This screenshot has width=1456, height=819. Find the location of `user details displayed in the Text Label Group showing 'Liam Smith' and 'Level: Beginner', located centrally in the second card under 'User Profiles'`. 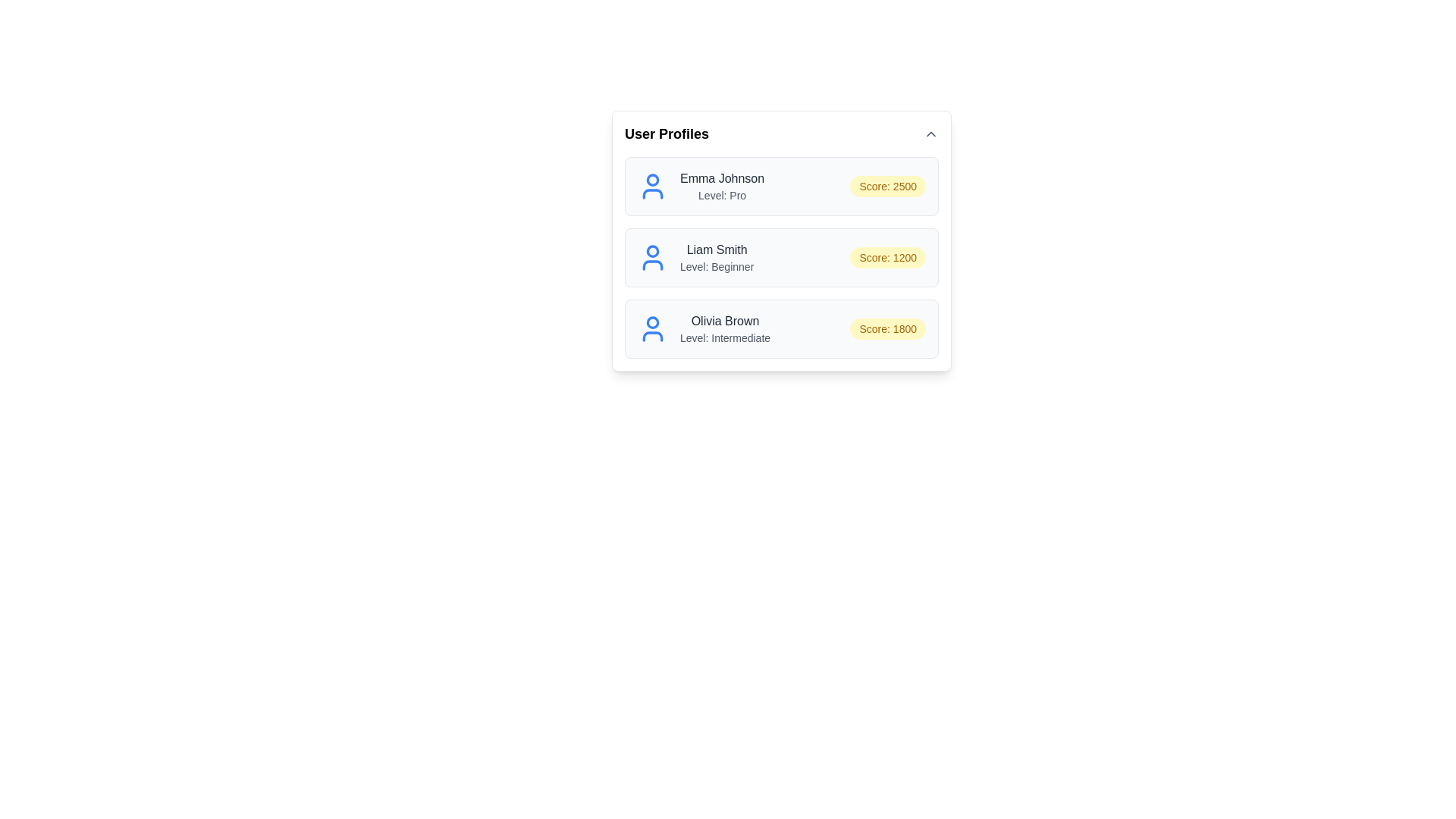

user details displayed in the Text Label Group showing 'Liam Smith' and 'Level: Beginner', located centrally in the second card under 'User Profiles' is located at coordinates (695, 256).